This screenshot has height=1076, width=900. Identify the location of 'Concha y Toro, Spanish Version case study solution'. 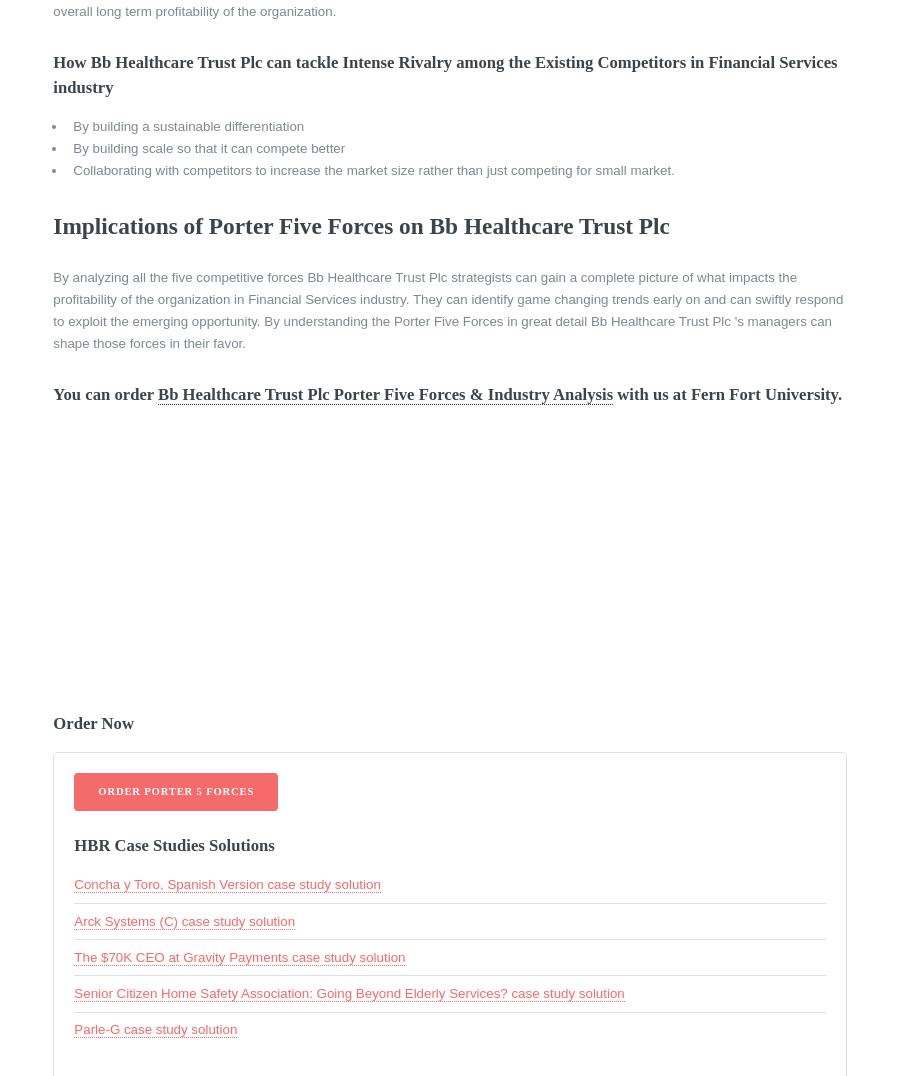
(225, 884).